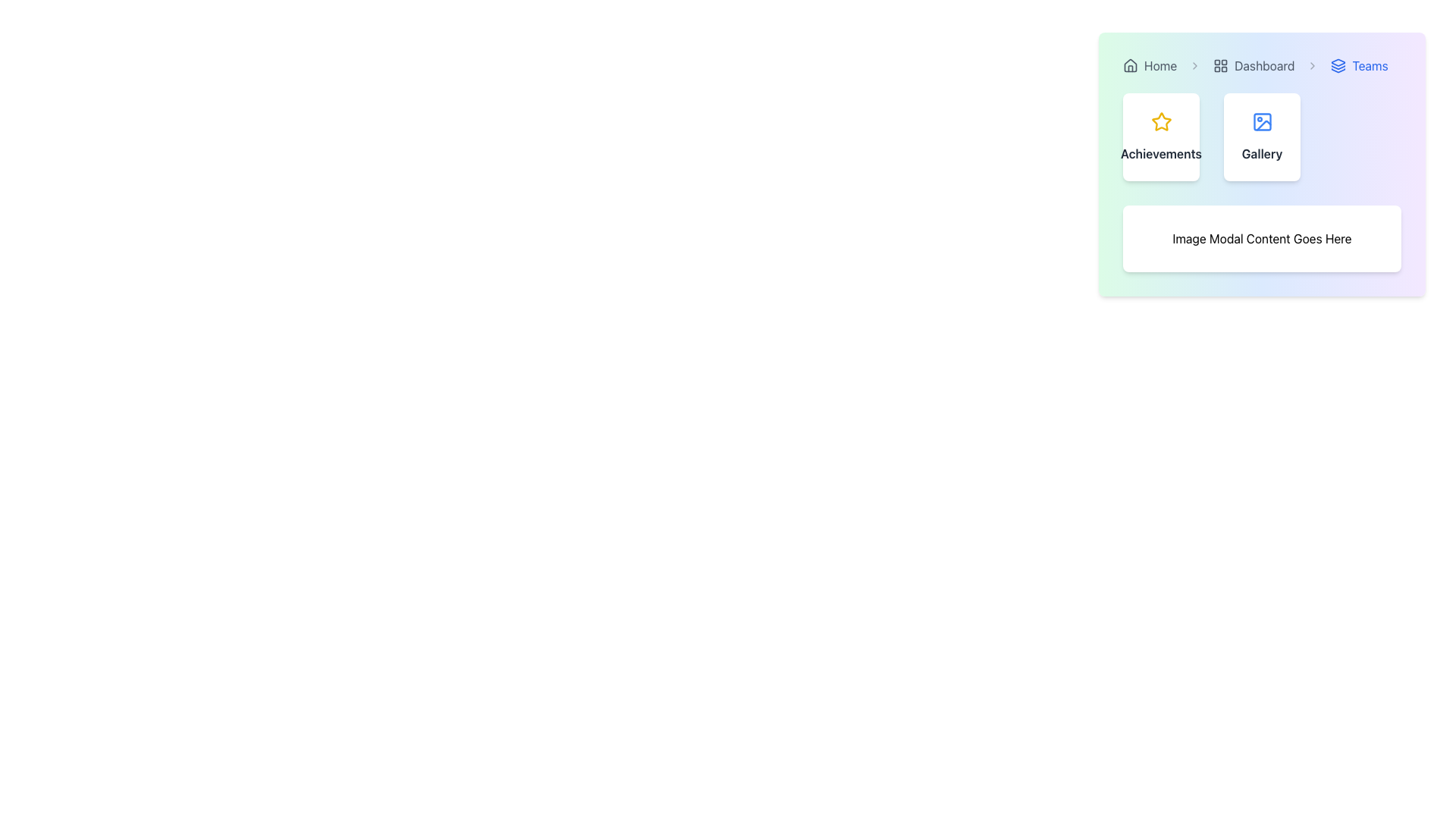 Image resolution: width=1456 pixels, height=819 pixels. Describe the element at coordinates (1360, 65) in the screenshot. I see `the breadcrumb link for the 'Teams' section` at that location.